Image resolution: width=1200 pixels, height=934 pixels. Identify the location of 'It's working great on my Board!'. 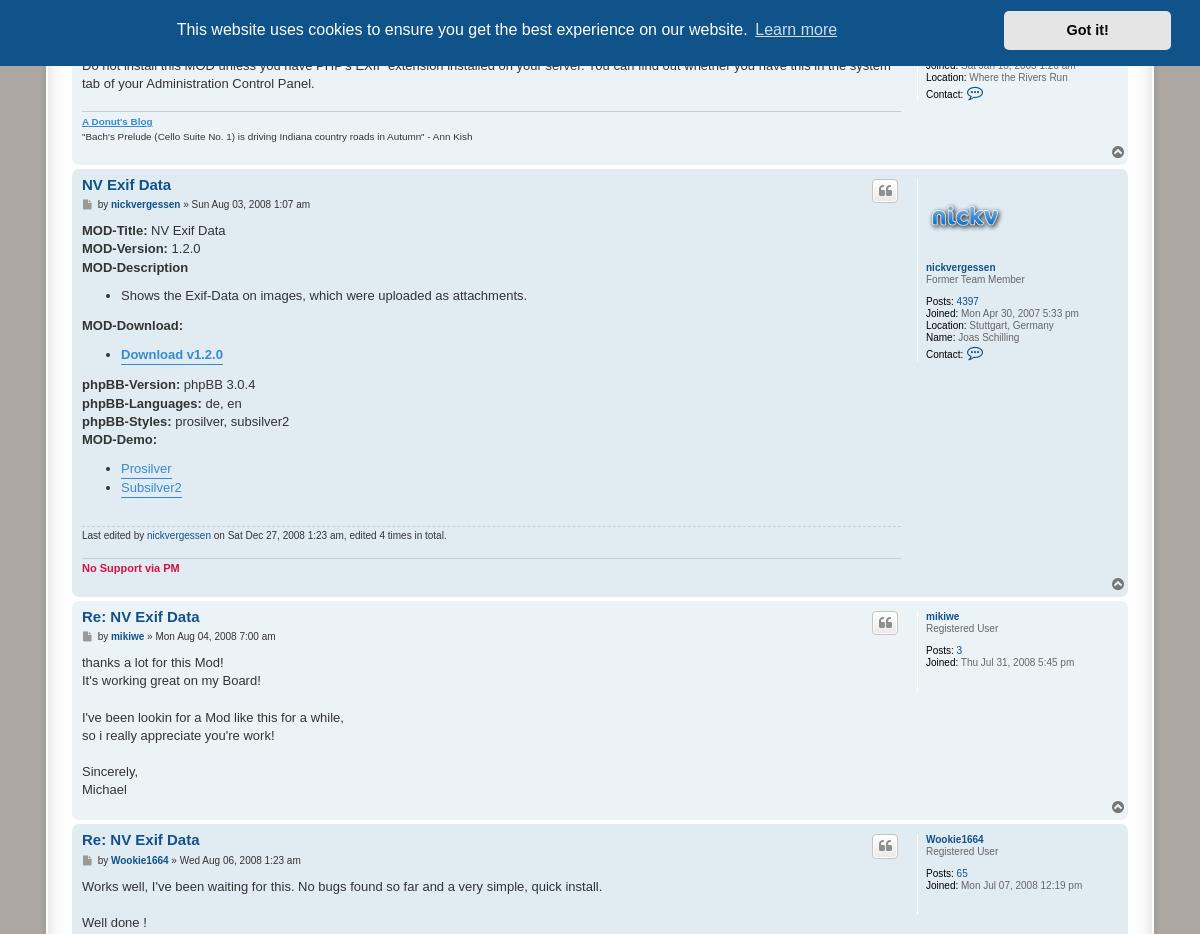
(169, 679).